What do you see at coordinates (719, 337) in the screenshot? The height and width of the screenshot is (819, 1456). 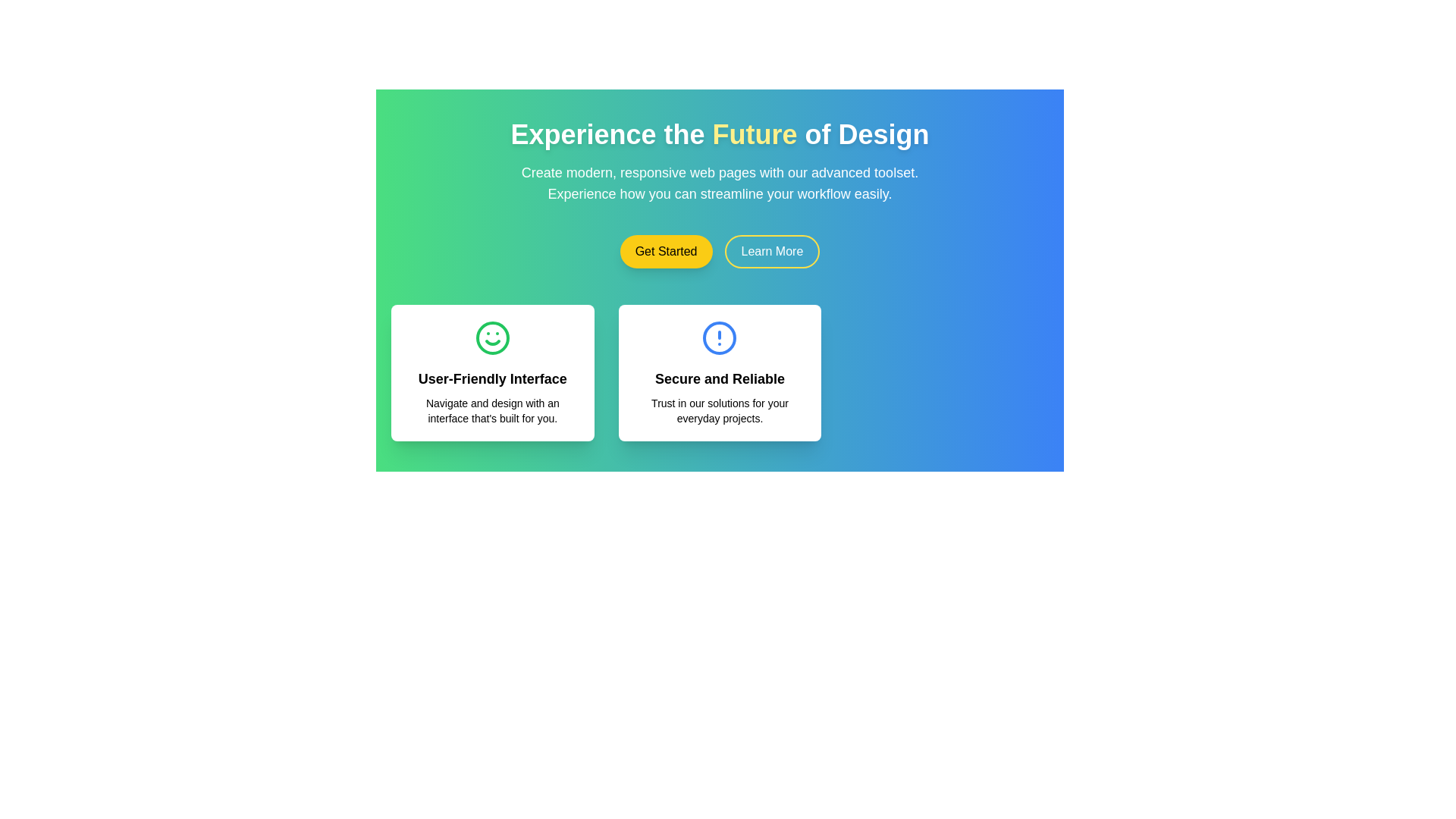 I see `attention-grabbing icon located in the upper middle portion of the card labeled 'Secure and Reliable' for additional information` at bounding box center [719, 337].